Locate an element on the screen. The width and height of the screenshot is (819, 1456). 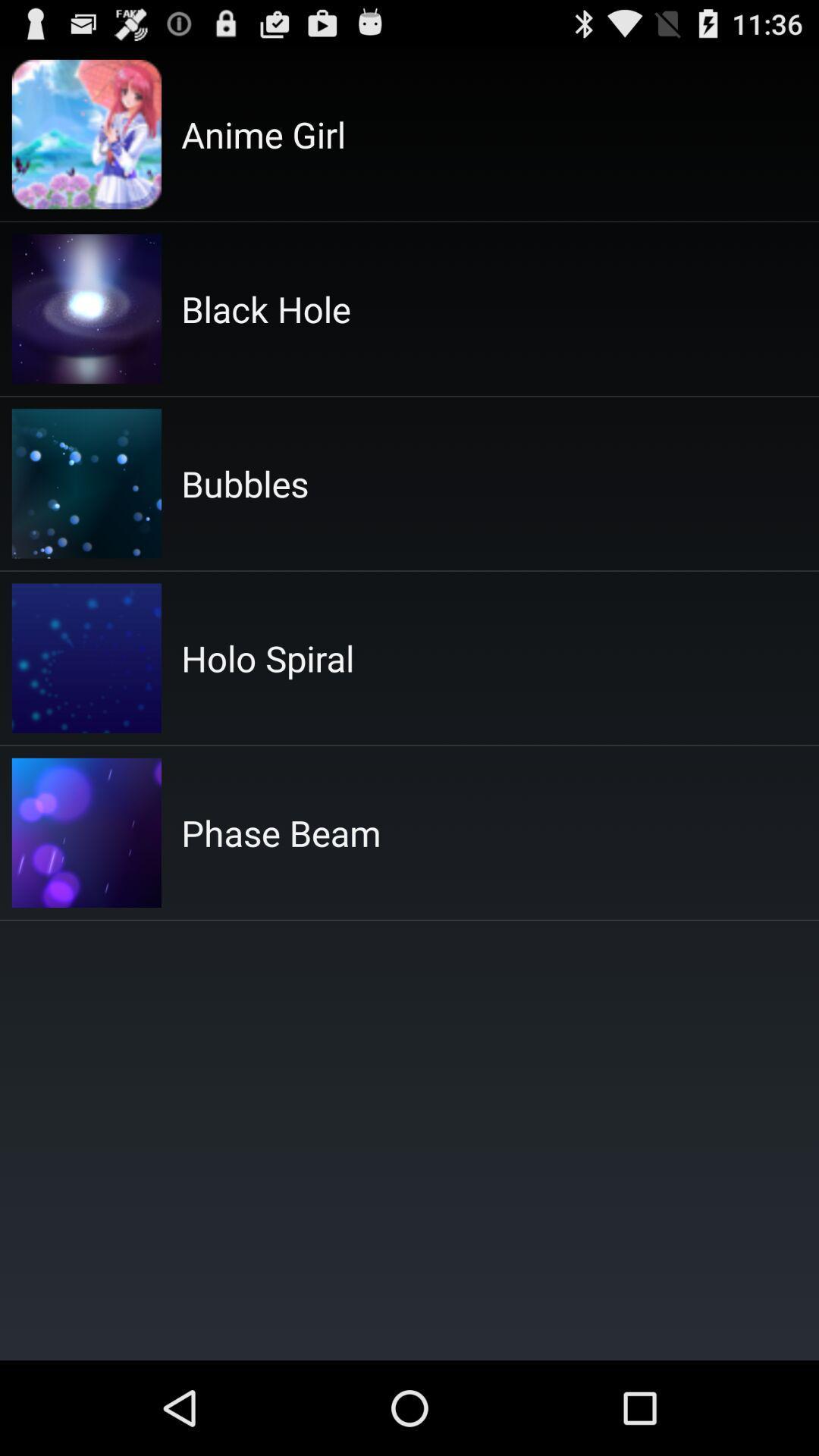
the anime girl is located at coordinates (262, 134).